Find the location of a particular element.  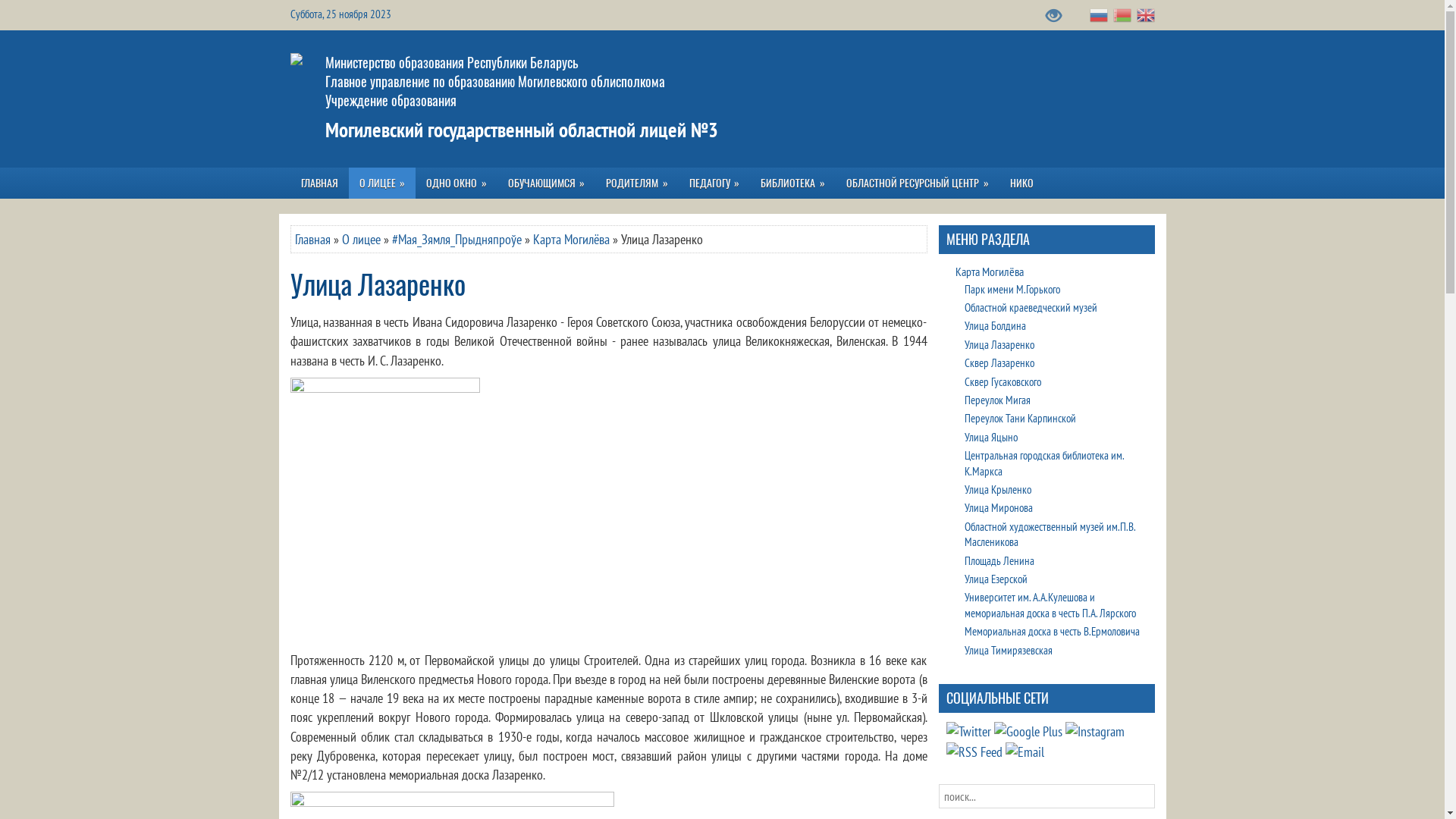

'Email' is located at coordinates (1025, 752).